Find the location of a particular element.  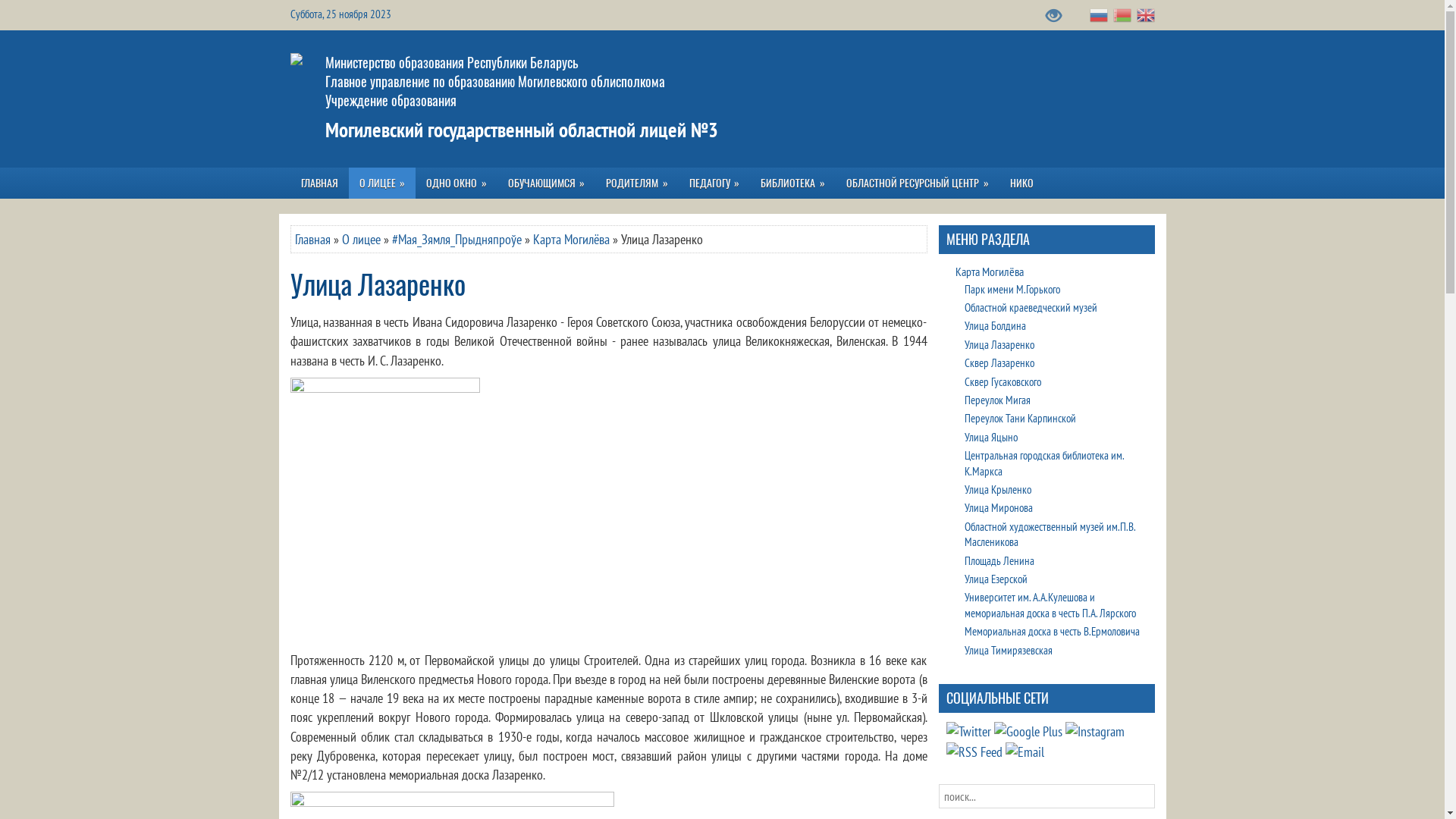

'Email' is located at coordinates (1025, 752).